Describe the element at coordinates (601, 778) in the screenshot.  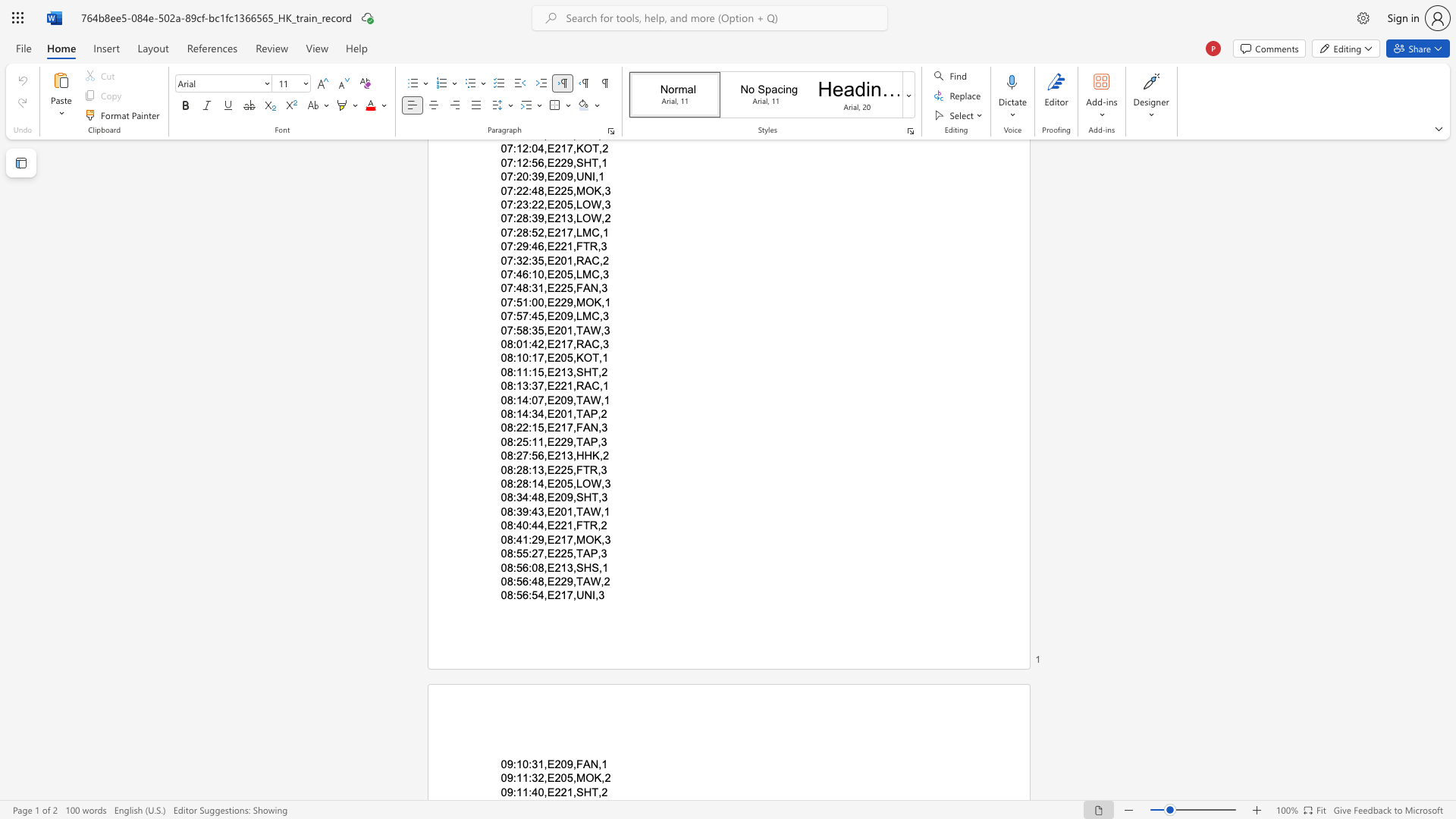
I see `the subset text ",2" within the text "09:11:32,E205,MOK,2"` at that location.